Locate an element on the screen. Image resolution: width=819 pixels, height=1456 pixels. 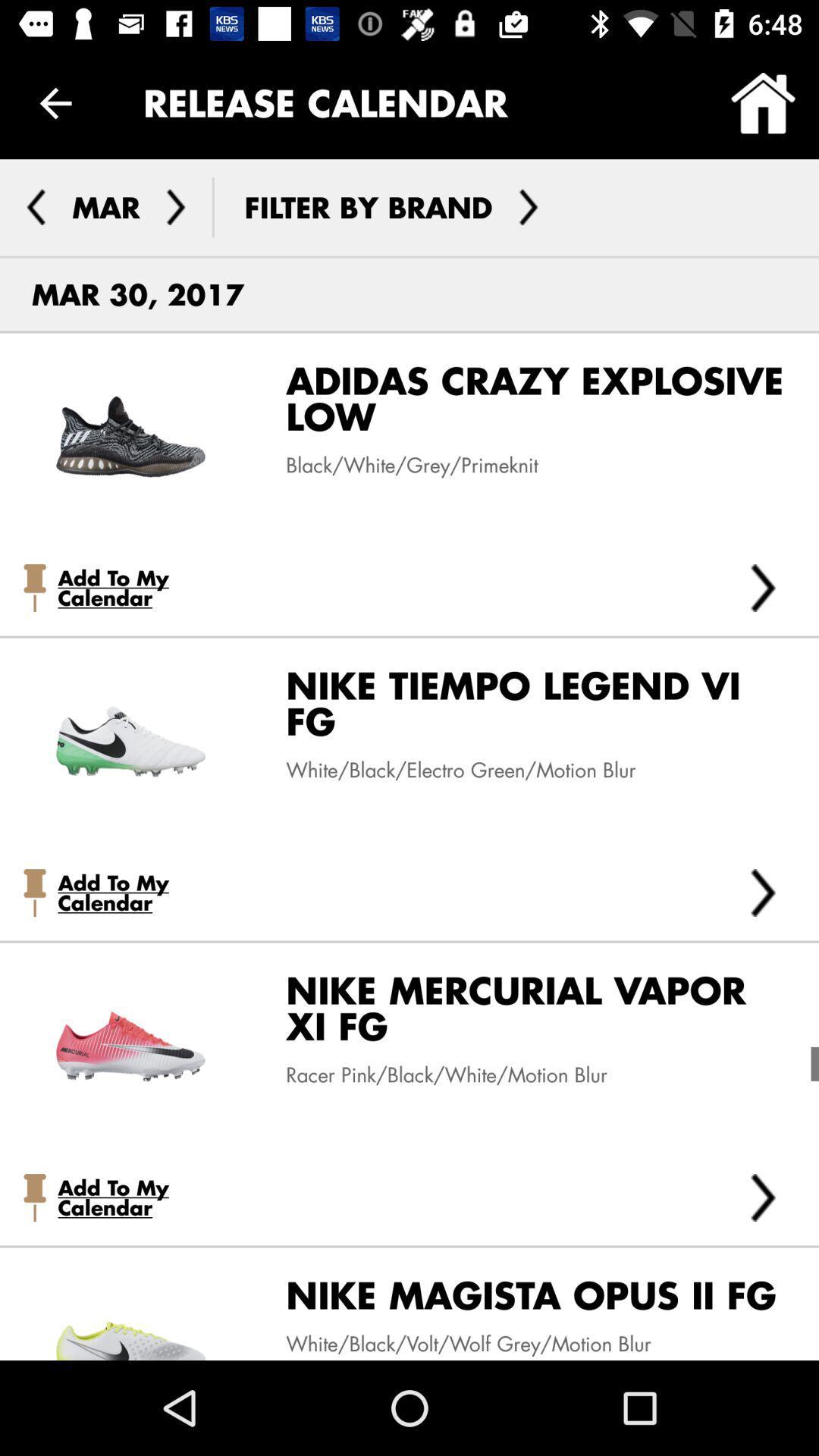
change month to april is located at coordinates (175, 206).